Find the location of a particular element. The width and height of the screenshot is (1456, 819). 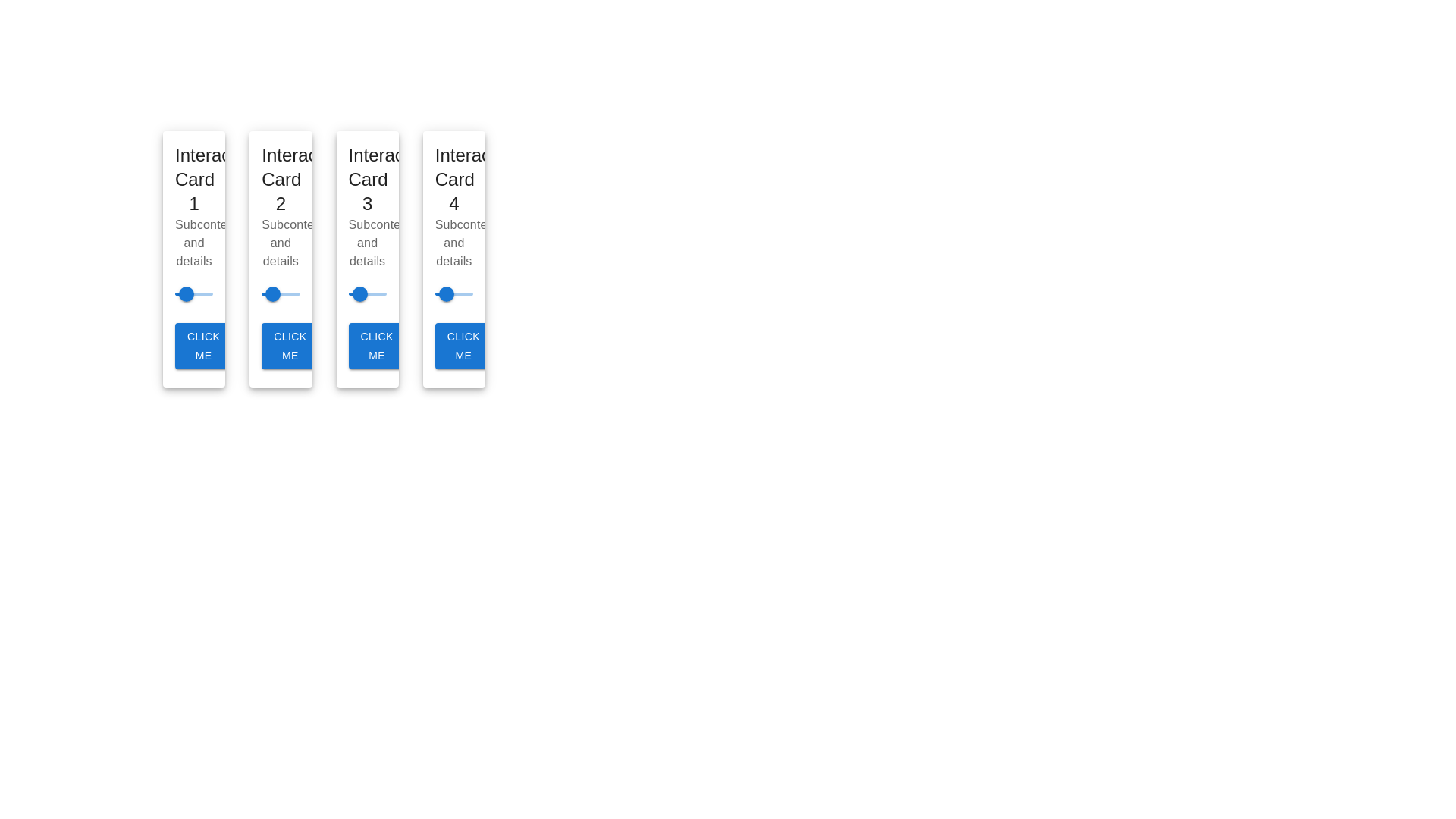

the Text header located in the fourth column of the Interactive Card 4, which serves as the title for the card is located at coordinates (453, 179).